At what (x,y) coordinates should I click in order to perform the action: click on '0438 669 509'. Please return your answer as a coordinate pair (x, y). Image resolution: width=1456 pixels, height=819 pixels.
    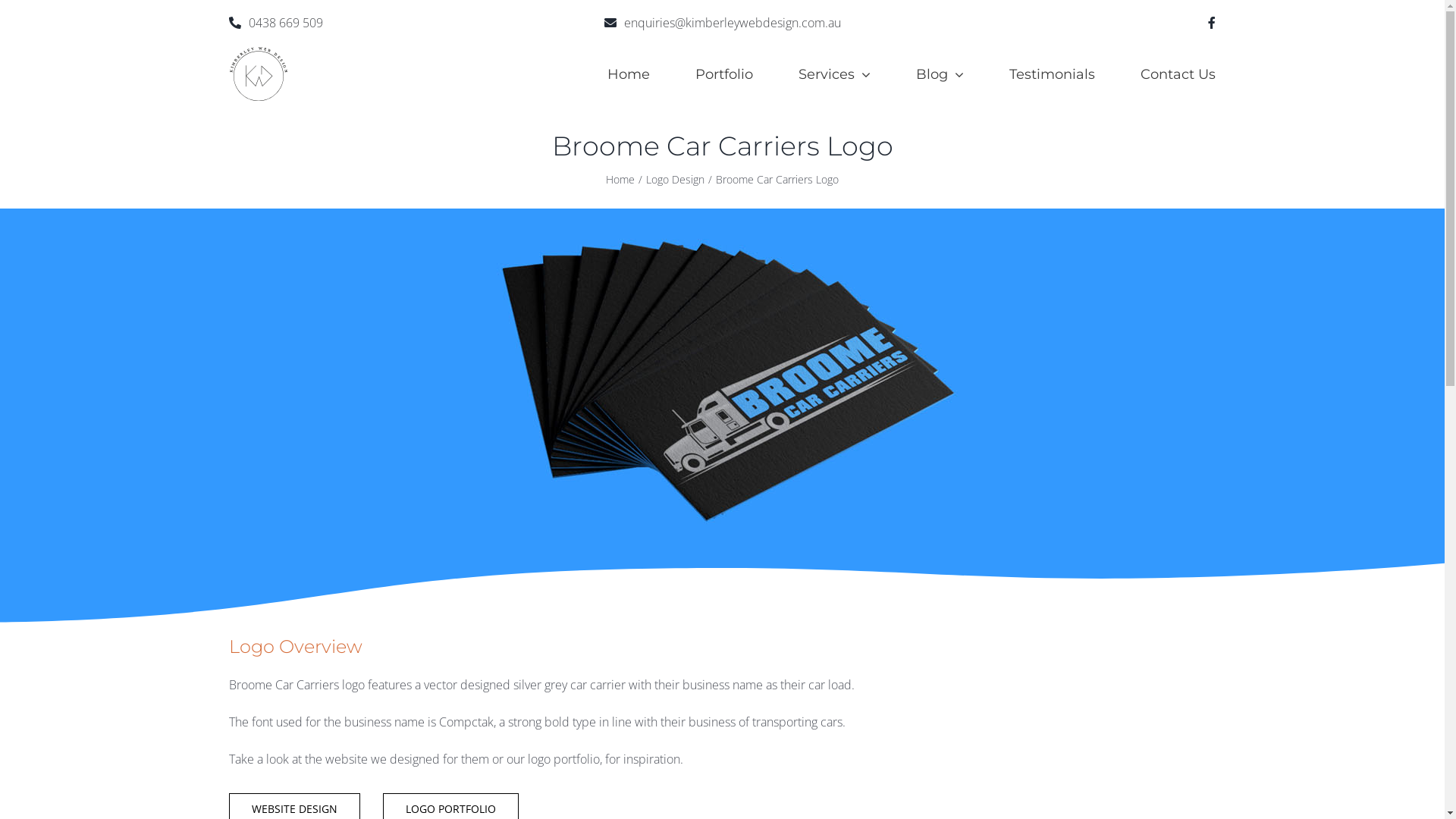
    Looking at the image, I should click on (276, 23).